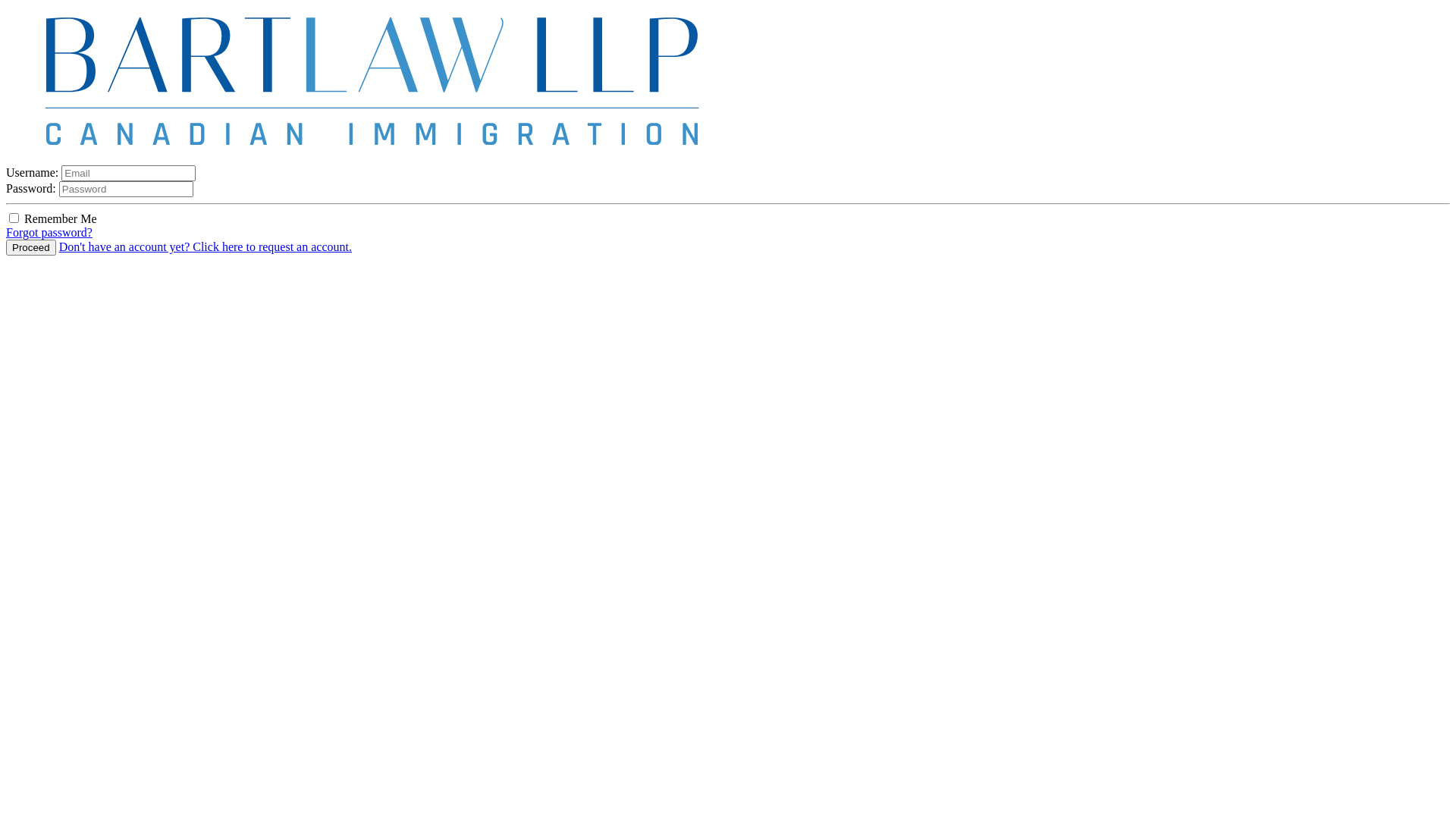 This screenshot has height=819, width=1456. I want to click on 'Don't have an account yet? Click here to request an account.', so click(58, 246).